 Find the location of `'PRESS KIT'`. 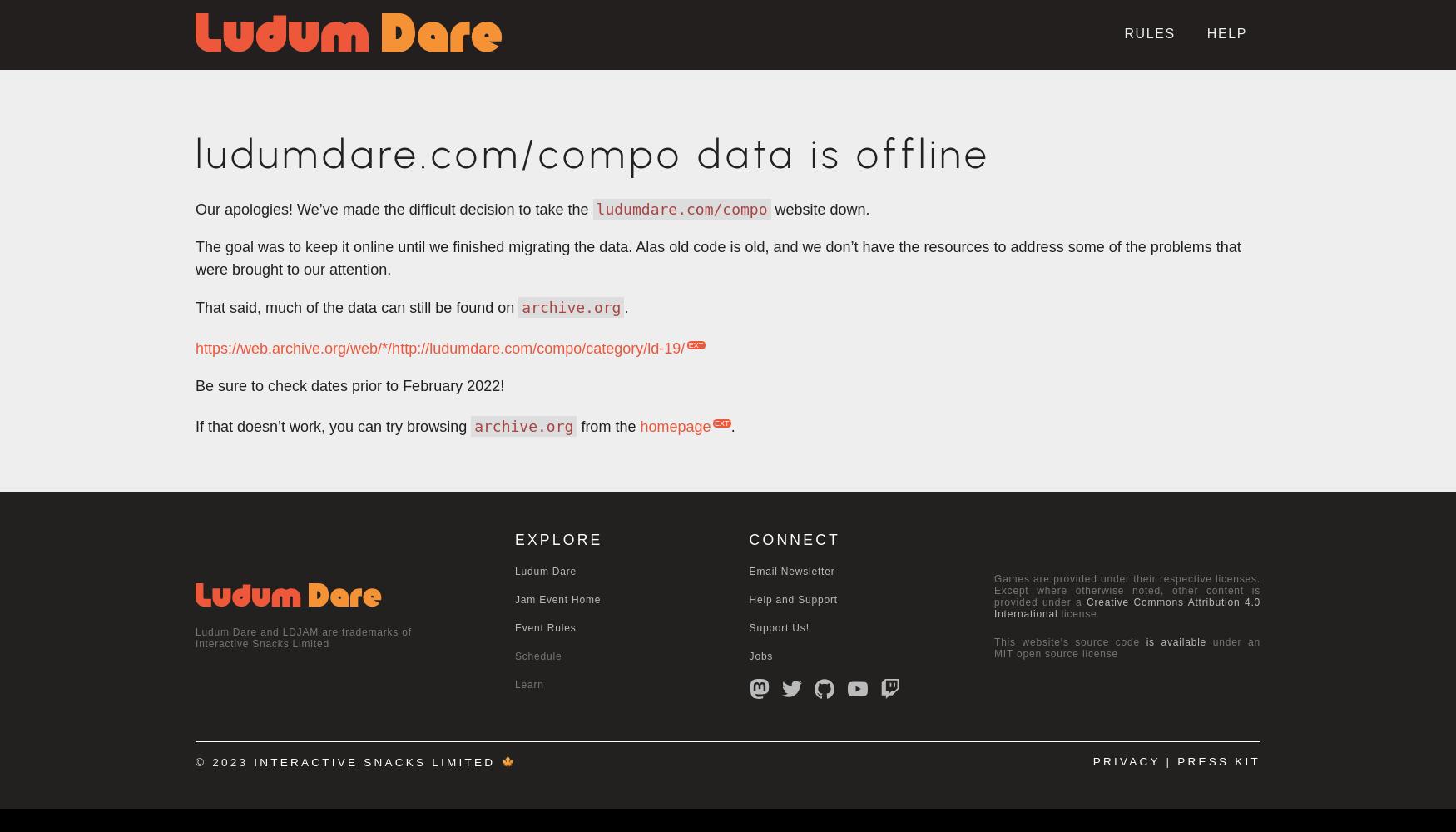

'PRESS KIT' is located at coordinates (1218, 761).